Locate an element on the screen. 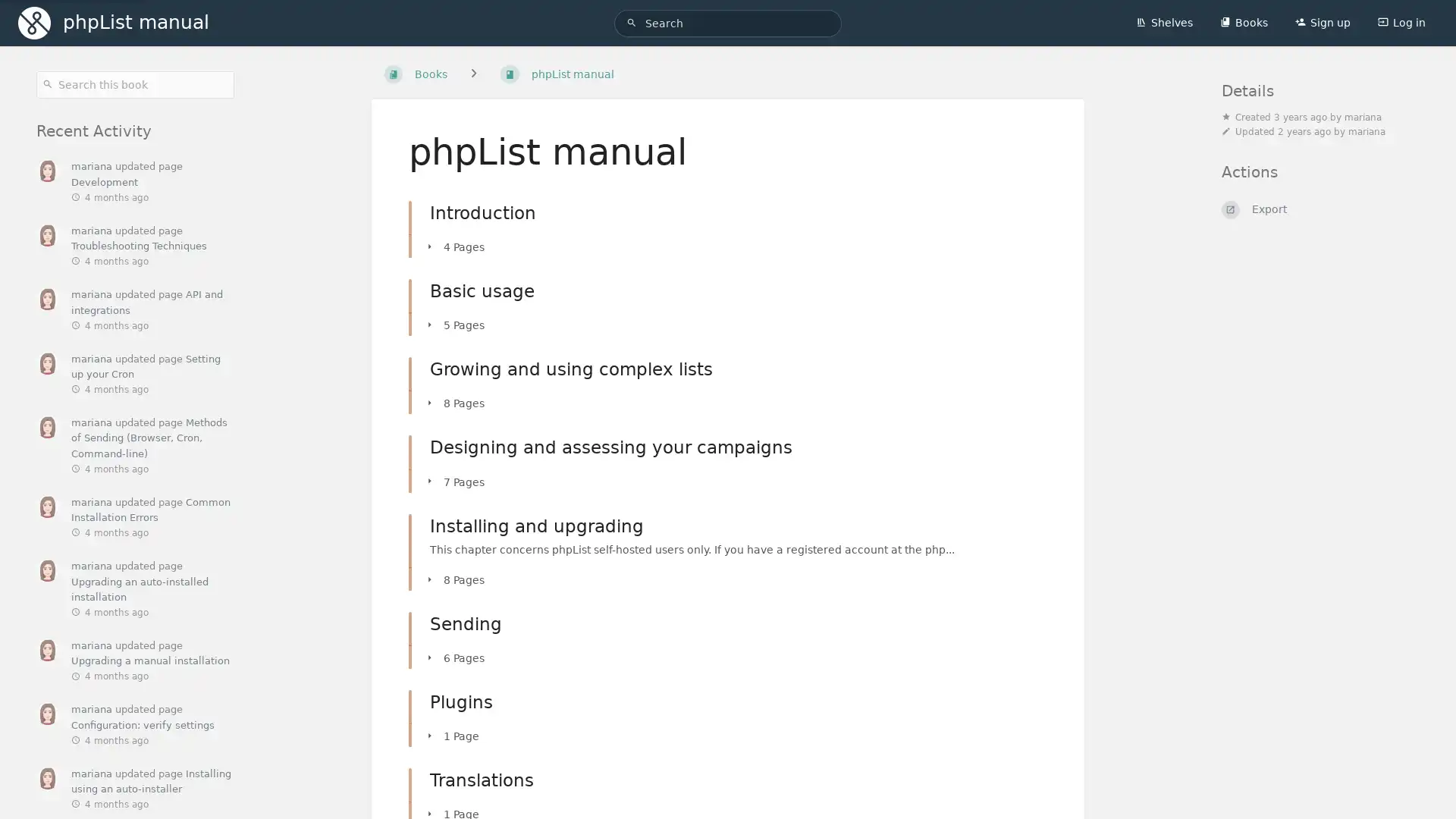 The image size is (1456, 819). Search is located at coordinates (50, 84).